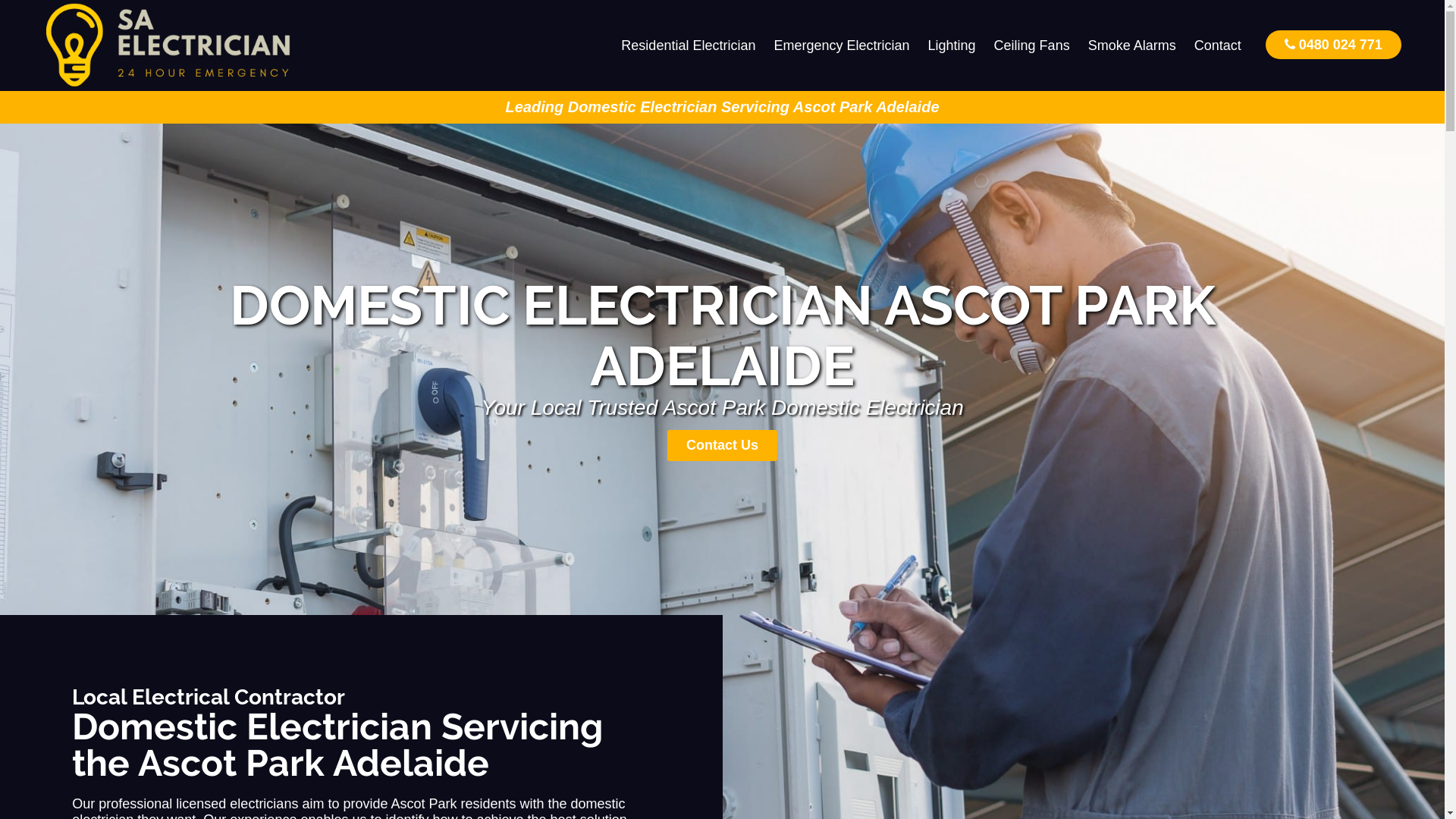 The image size is (1456, 819). What do you see at coordinates (1031, 45) in the screenshot?
I see `'Ceiling Fans'` at bounding box center [1031, 45].